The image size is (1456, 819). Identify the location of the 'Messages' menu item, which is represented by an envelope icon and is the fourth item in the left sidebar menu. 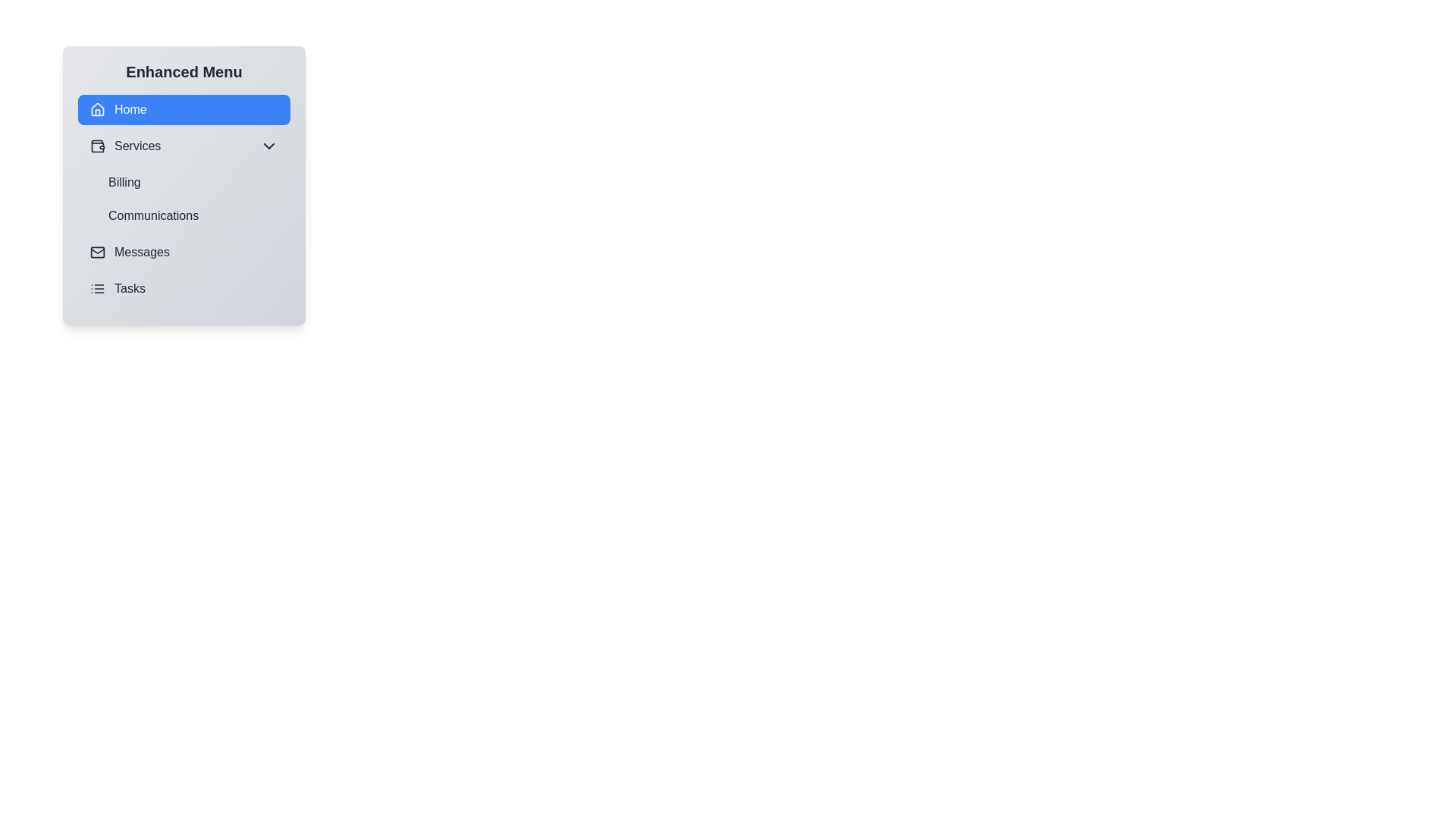
(130, 251).